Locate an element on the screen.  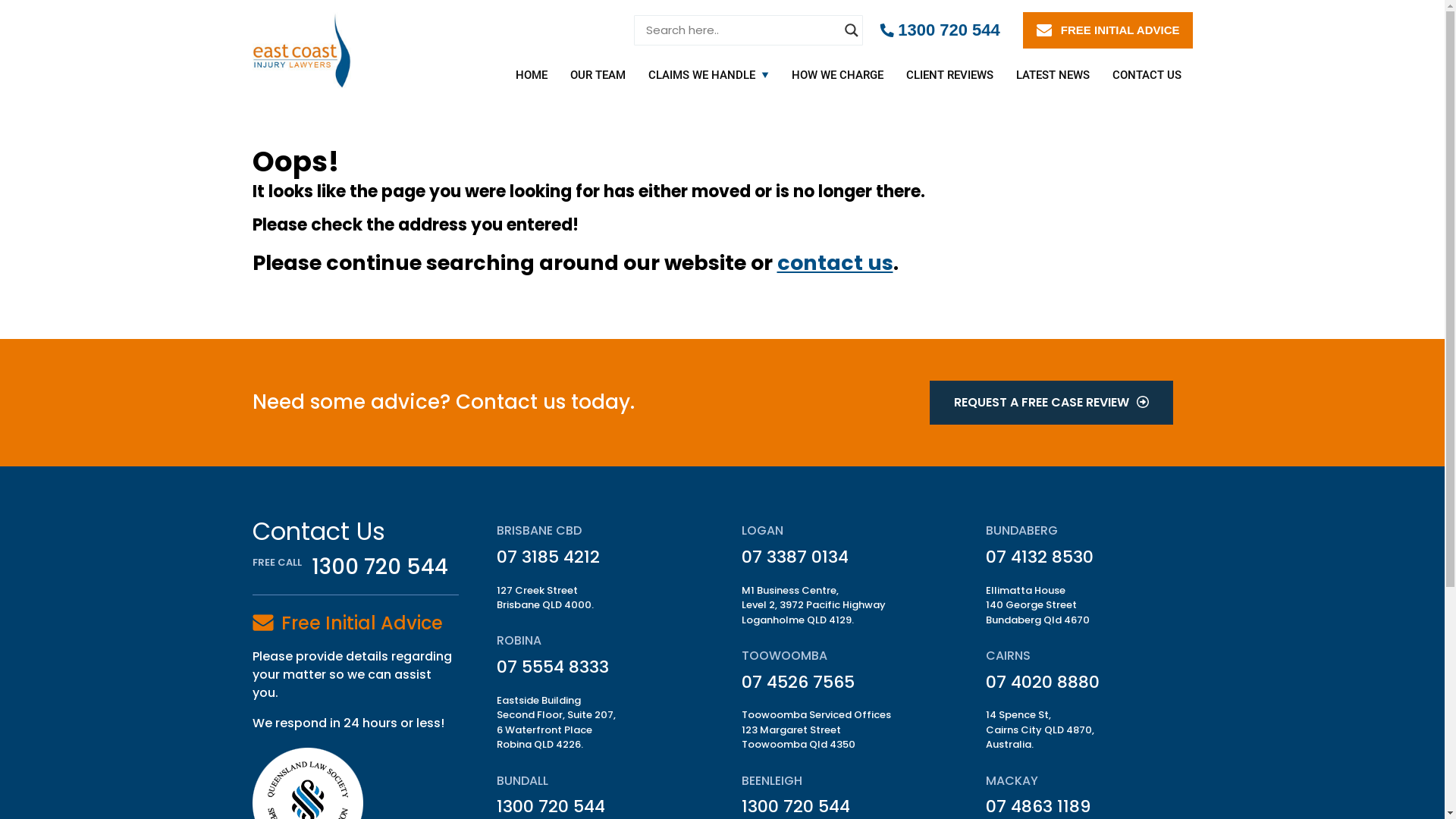
'OUR TEAM' is located at coordinates (596, 75).